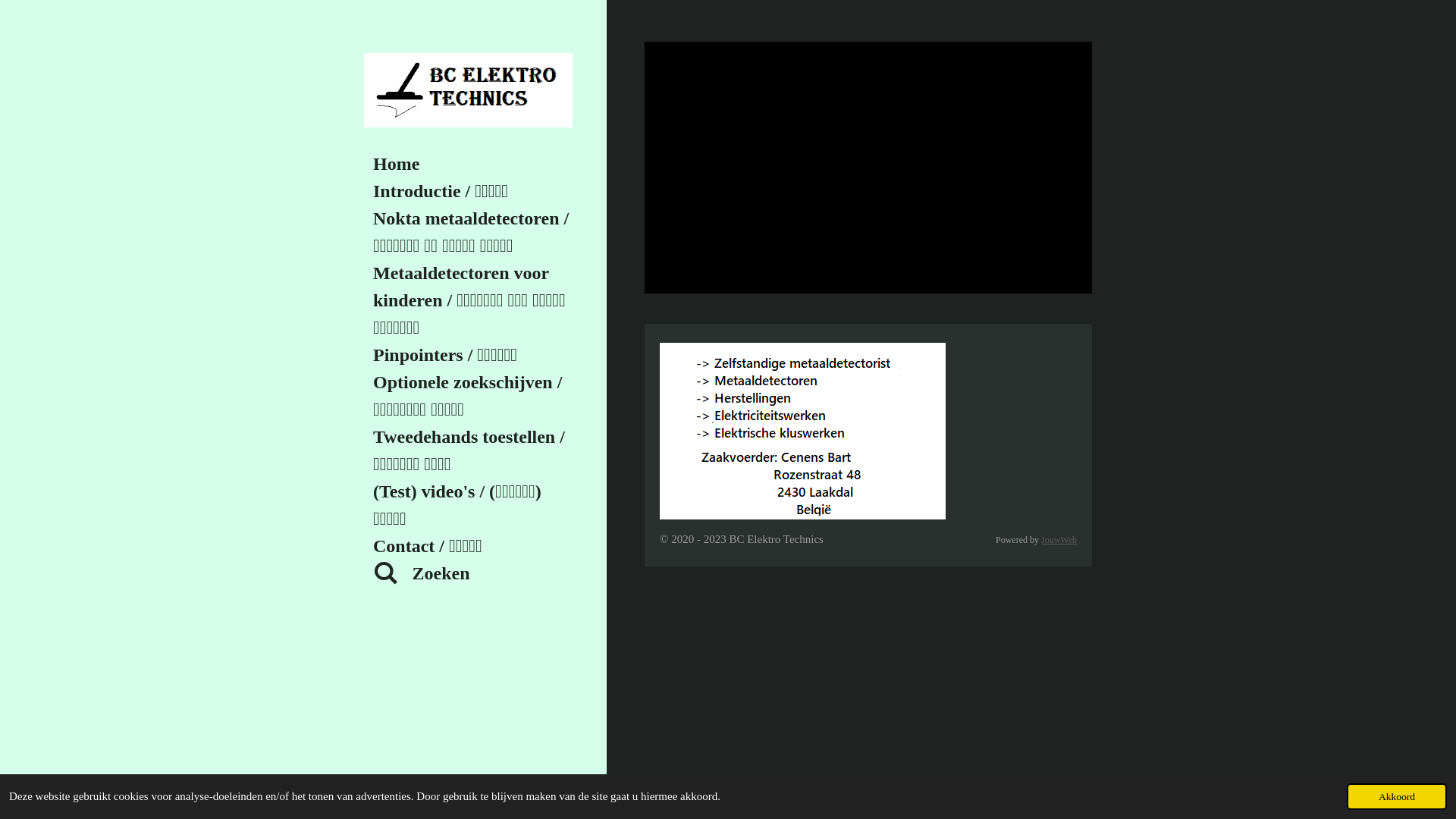 The image size is (1456, 819). I want to click on 'Zoeken', so click(364, 573).